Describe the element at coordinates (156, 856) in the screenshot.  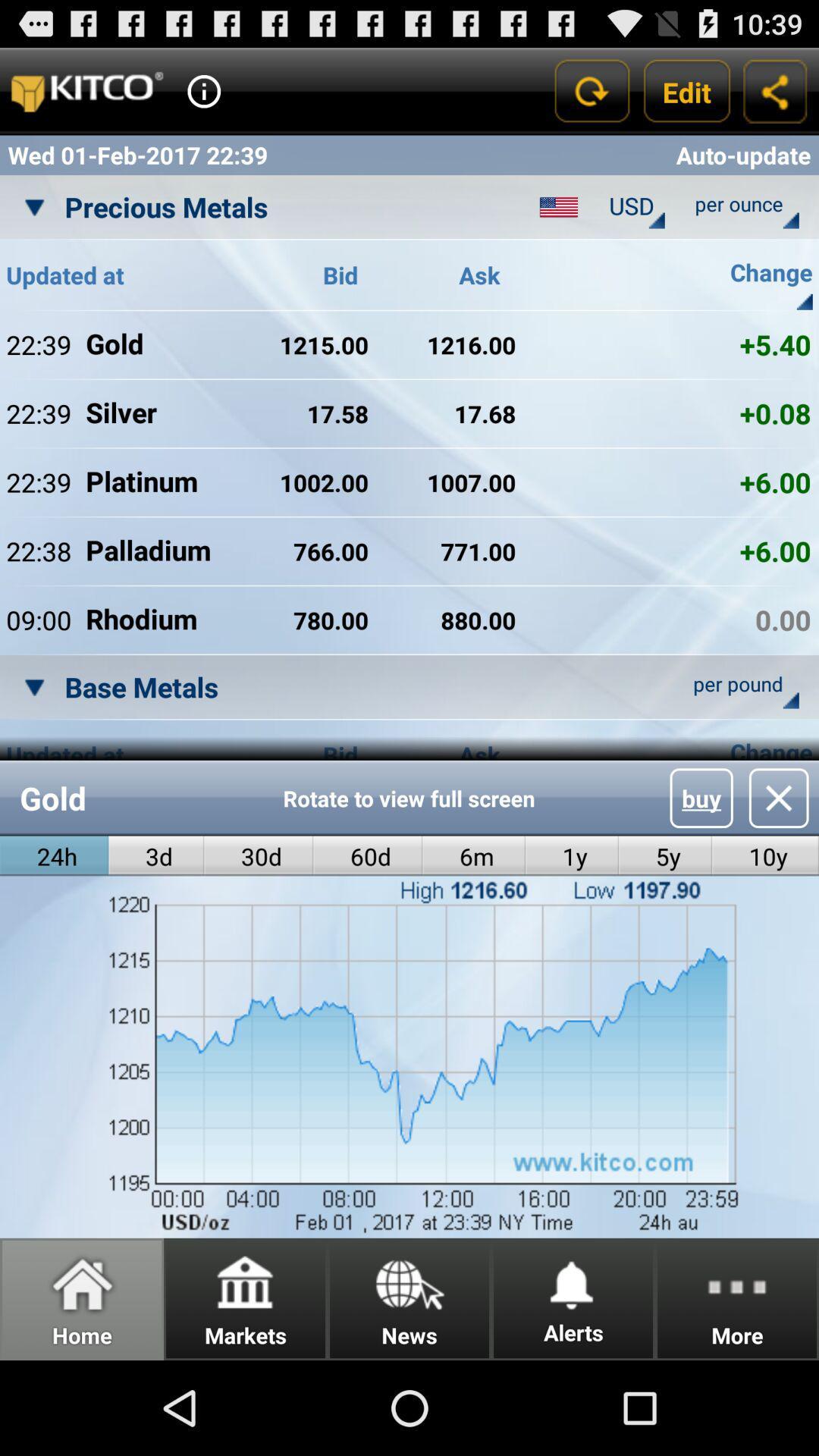
I see `app below the gold` at that location.